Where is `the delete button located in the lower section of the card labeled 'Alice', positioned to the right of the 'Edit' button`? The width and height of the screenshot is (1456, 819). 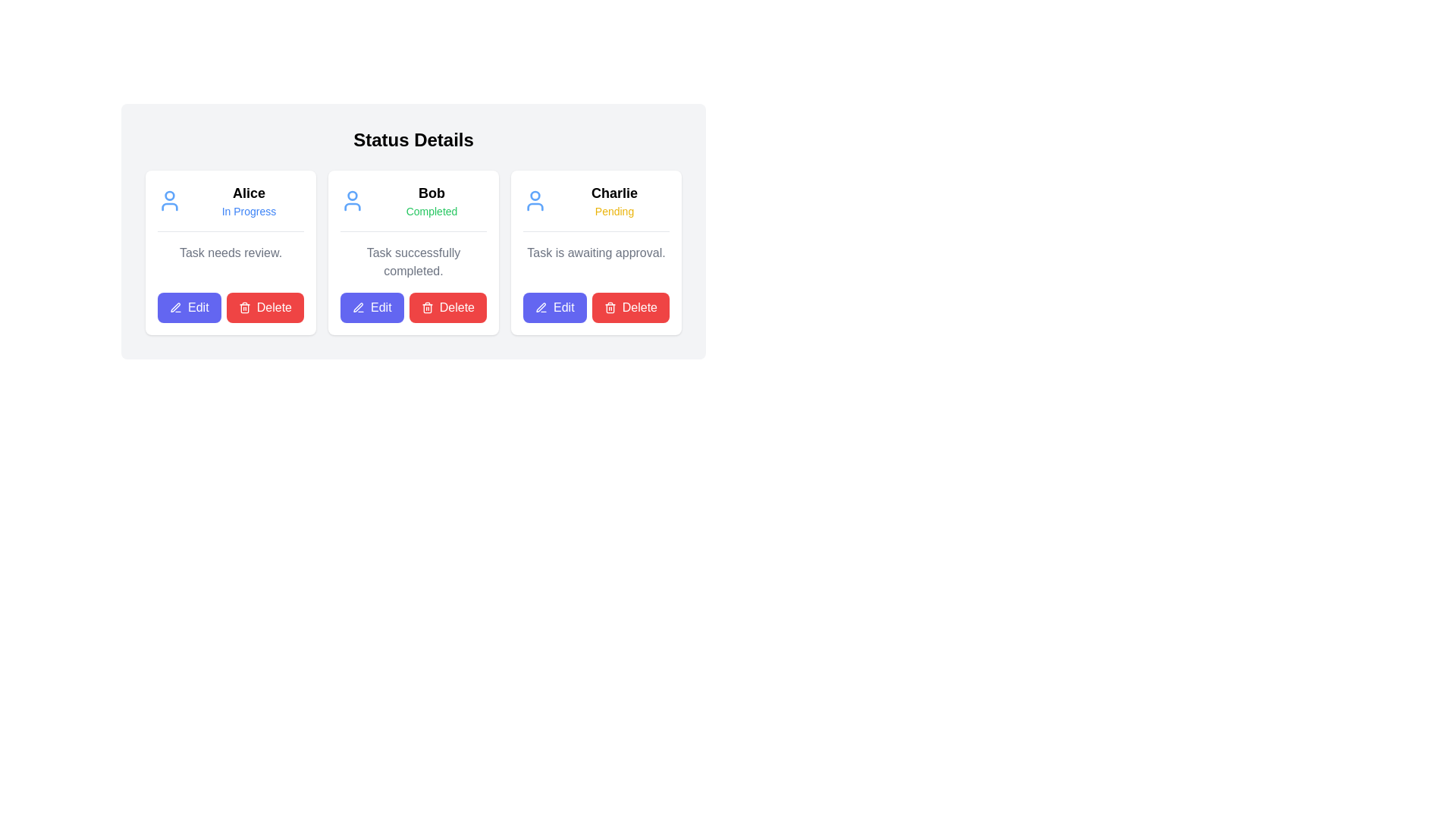
the delete button located in the lower section of the card labeled 'Alice', positioned to the right of the 'Edit' button is located at coordinates (265, 307).